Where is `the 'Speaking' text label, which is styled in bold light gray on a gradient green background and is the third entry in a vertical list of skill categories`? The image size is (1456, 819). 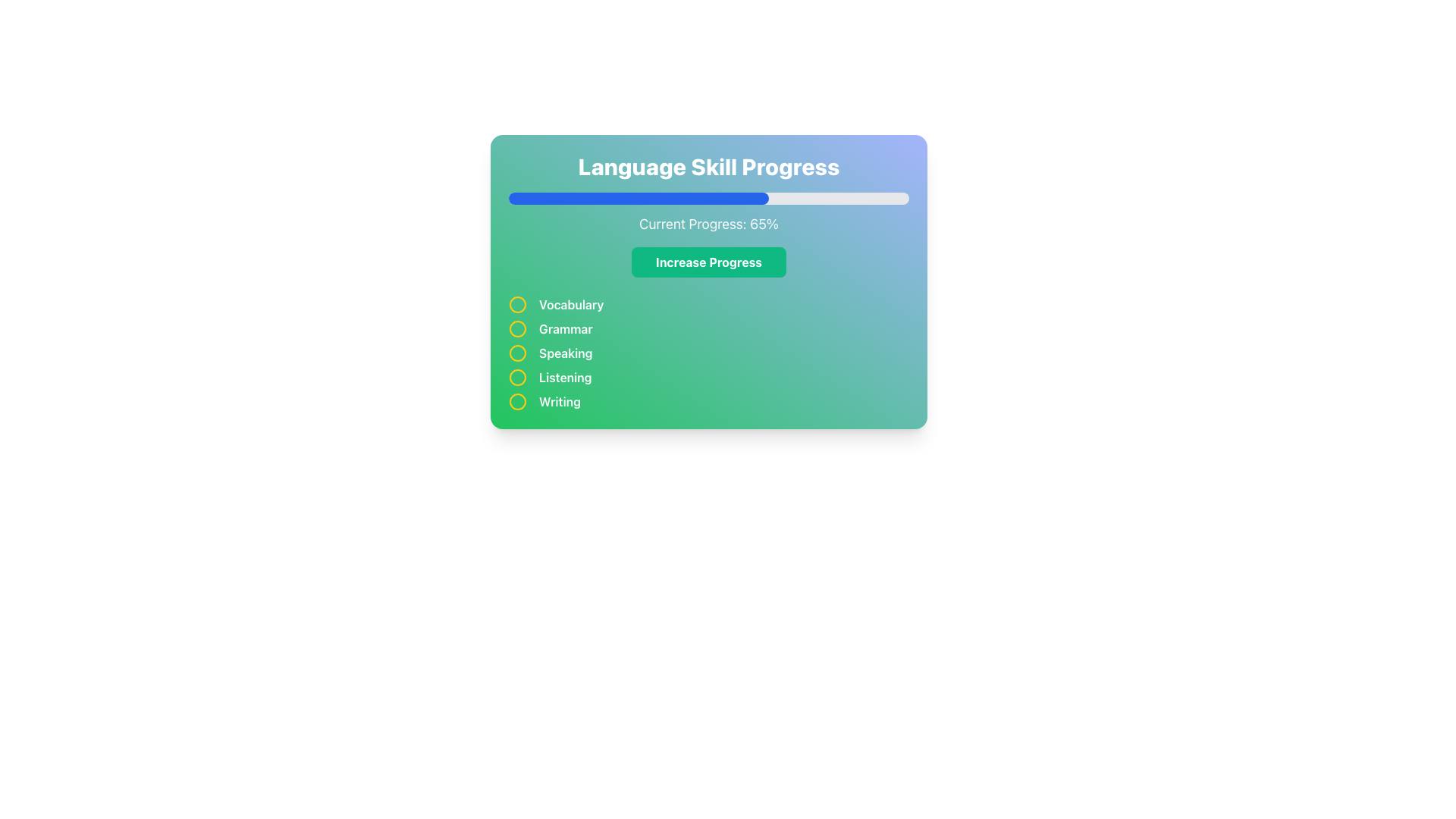
the 'Speaking' text label, which is styled in bold light gray on a gradient green background and is the third entry in a vertical list of skill categories is located at coordinates (565, 353).